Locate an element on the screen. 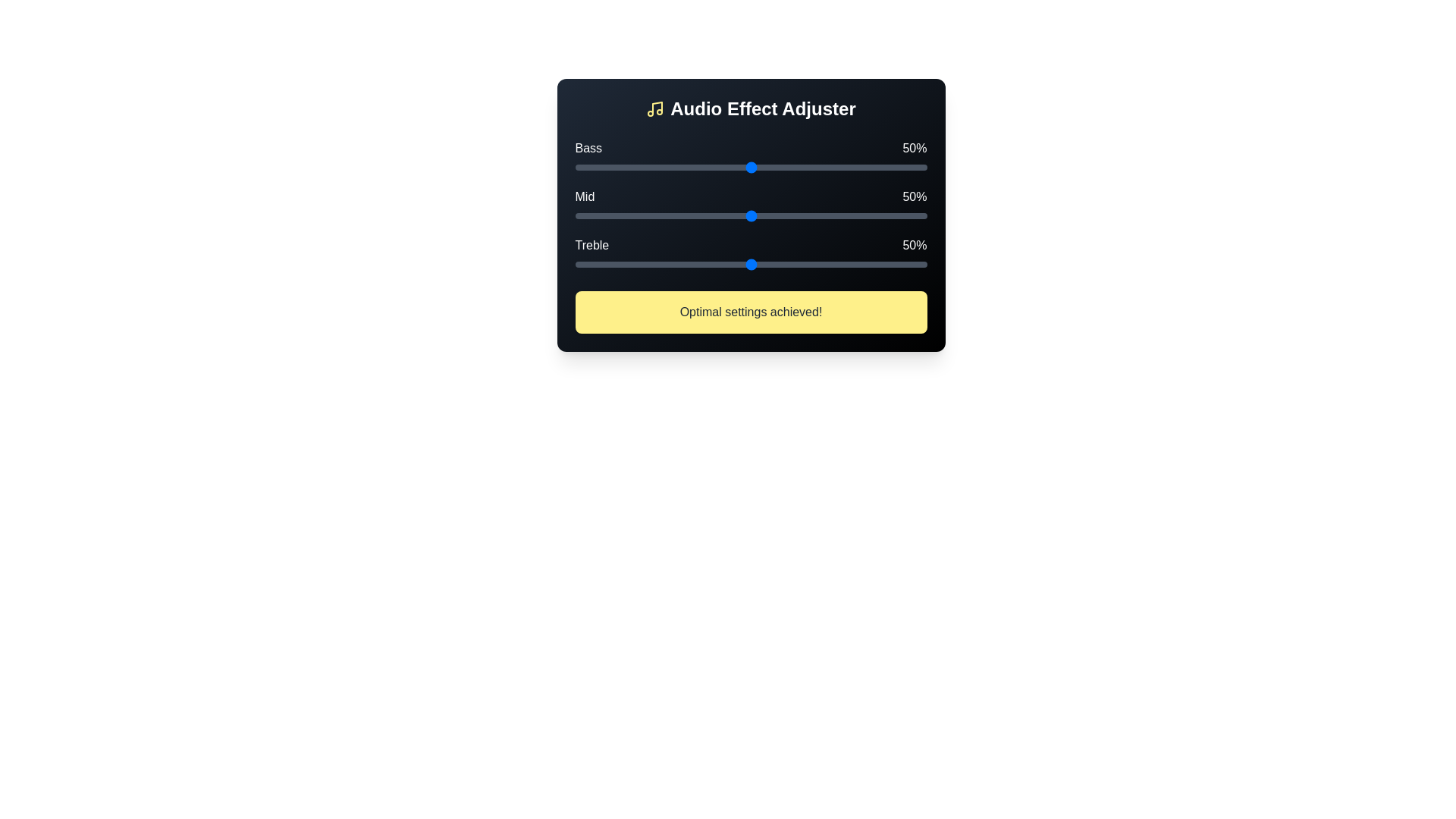  the Bass slider to 32% by clicking on the slider track is located at coordinates (687, 167).